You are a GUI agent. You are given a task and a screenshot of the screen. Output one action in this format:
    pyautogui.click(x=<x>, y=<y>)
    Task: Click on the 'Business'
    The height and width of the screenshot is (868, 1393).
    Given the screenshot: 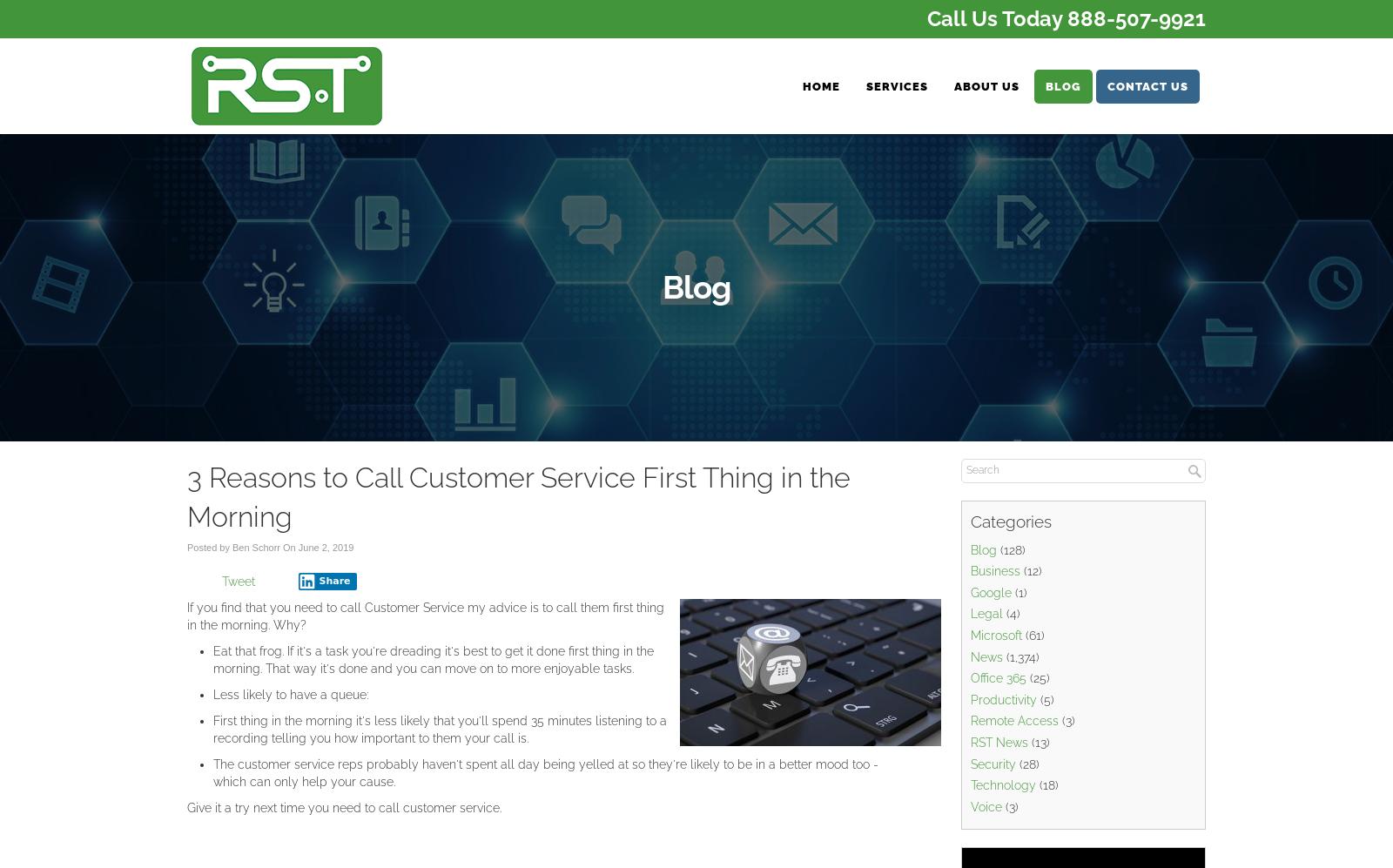 What is the action you would take?
    pyautogui.click(x=995, y=571)
    